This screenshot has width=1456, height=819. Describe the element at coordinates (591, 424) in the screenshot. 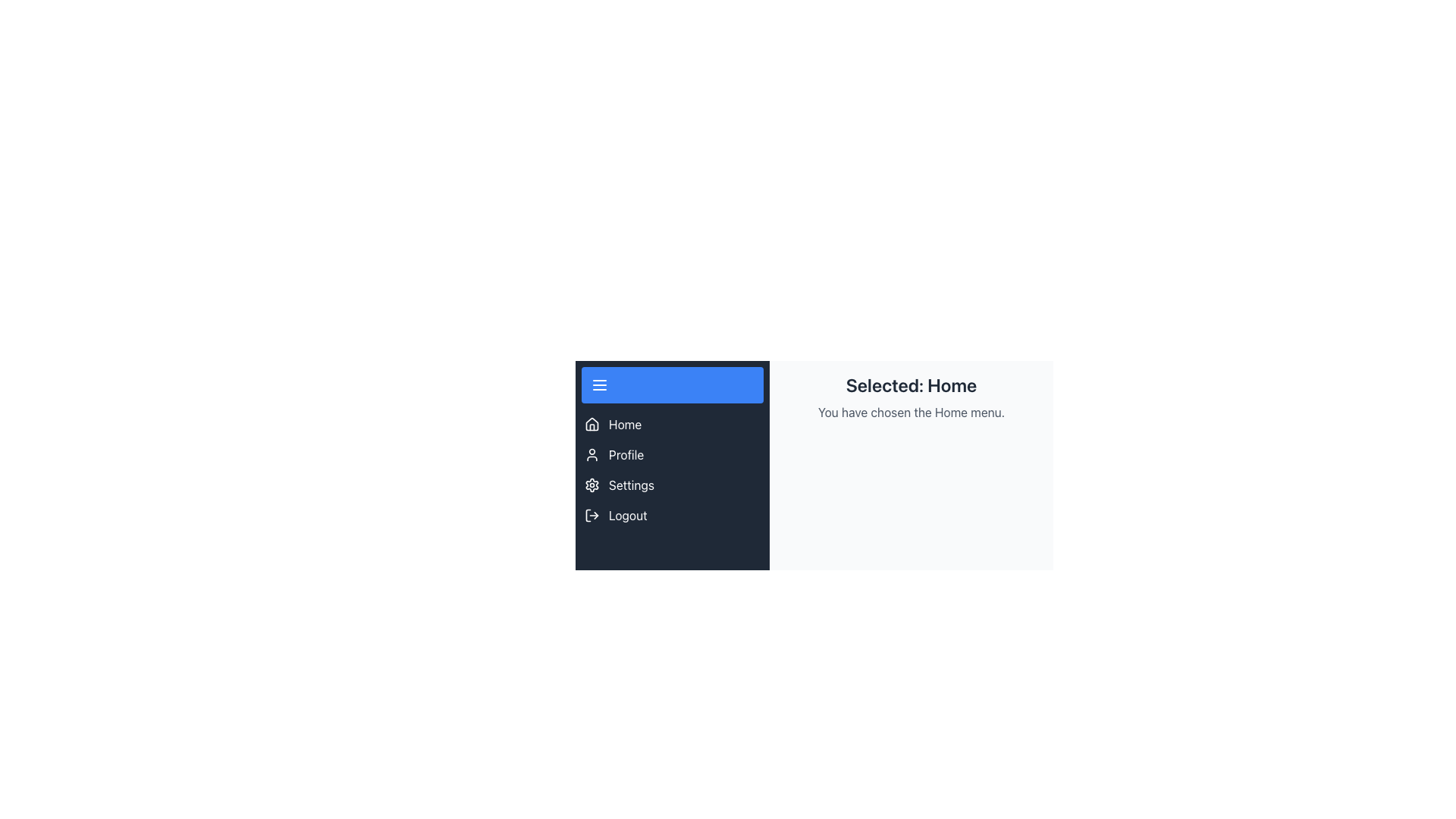

I see `the 'Home' icon represented by an SVG of a house in the left sidebar of the navigation bar` at that location.